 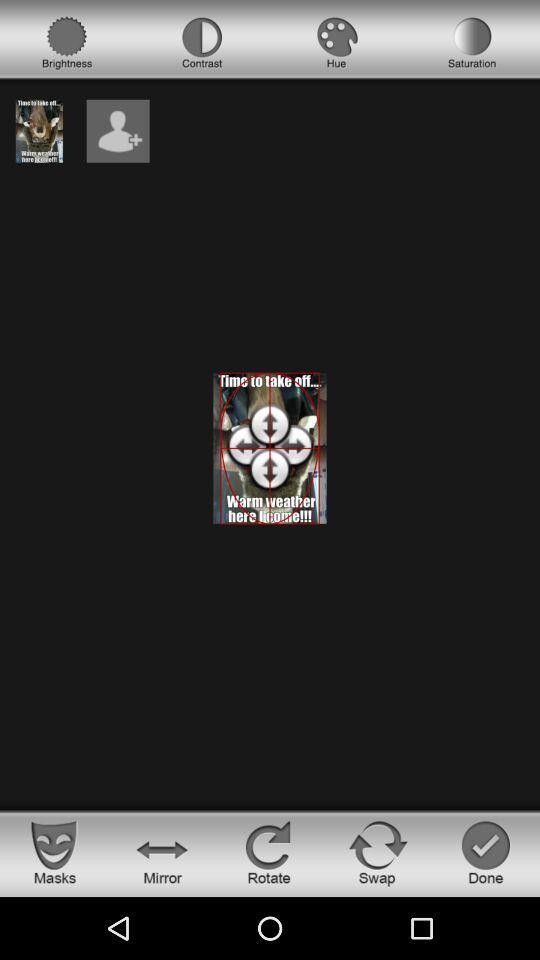 I want to click on the item at the top right corner, so click(x=472, y=42).